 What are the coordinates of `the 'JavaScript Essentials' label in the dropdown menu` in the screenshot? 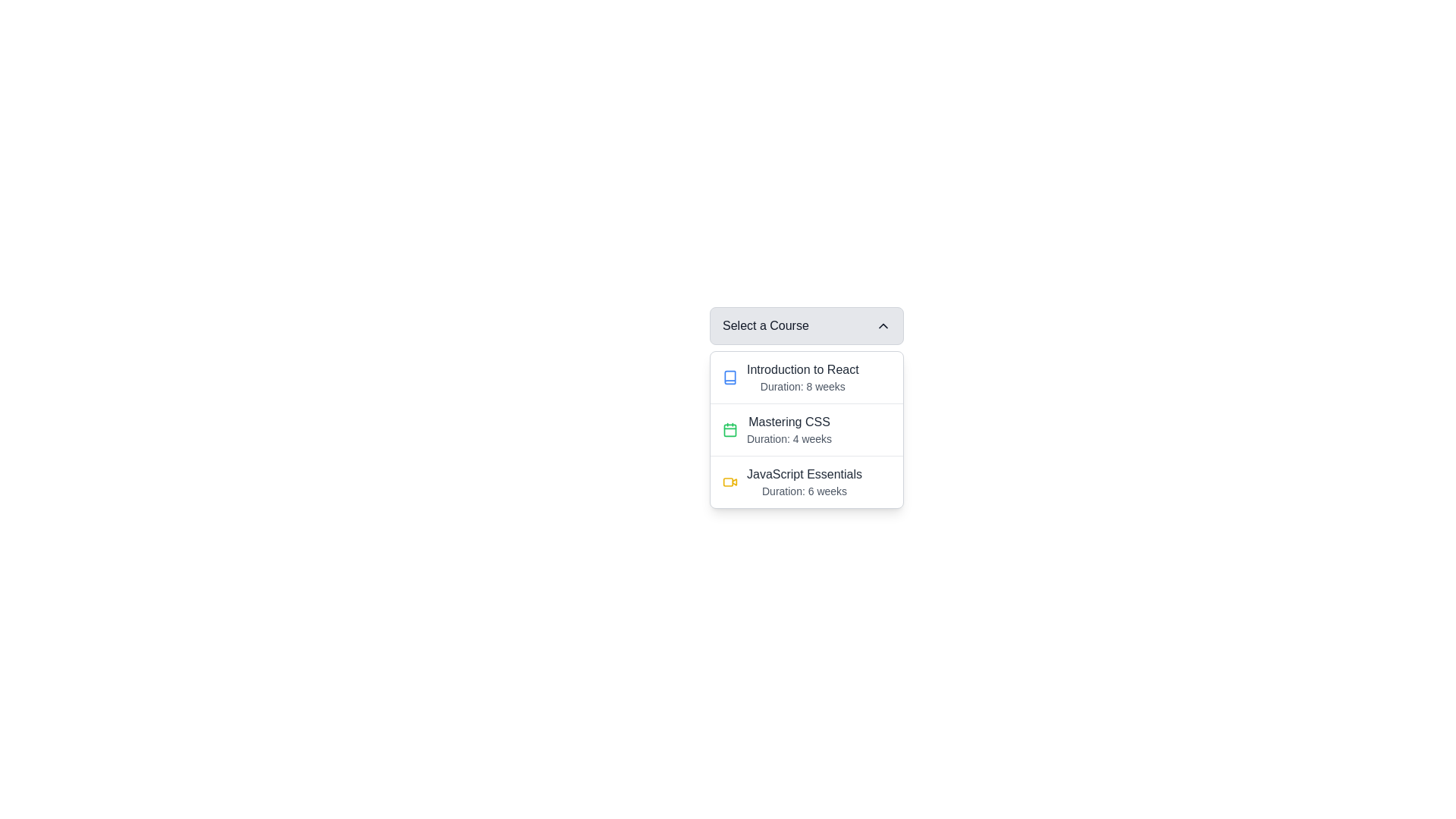 It's located at (803, 482).